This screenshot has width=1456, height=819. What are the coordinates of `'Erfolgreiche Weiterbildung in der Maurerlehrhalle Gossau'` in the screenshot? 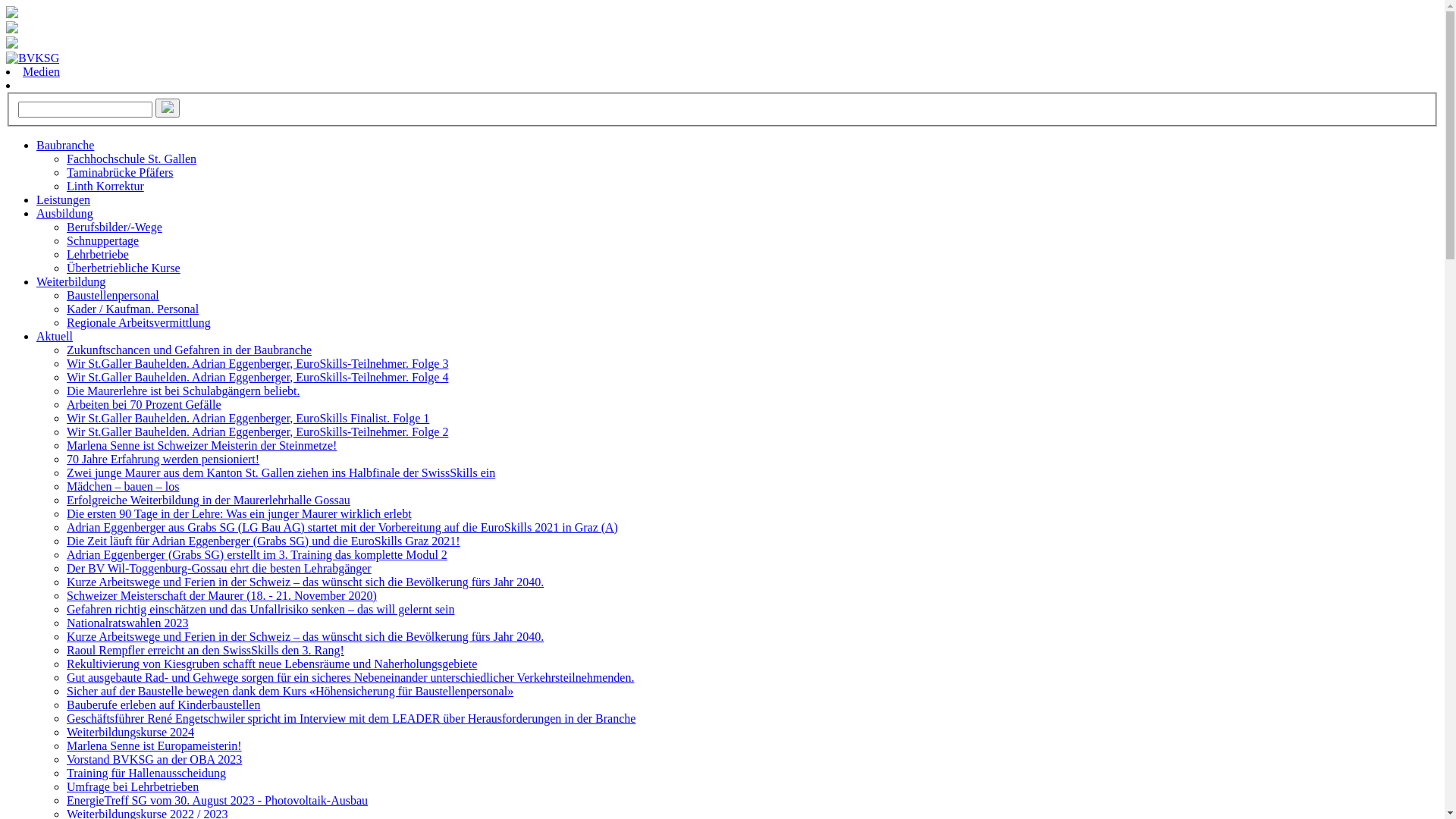 It's located at (207, 500).